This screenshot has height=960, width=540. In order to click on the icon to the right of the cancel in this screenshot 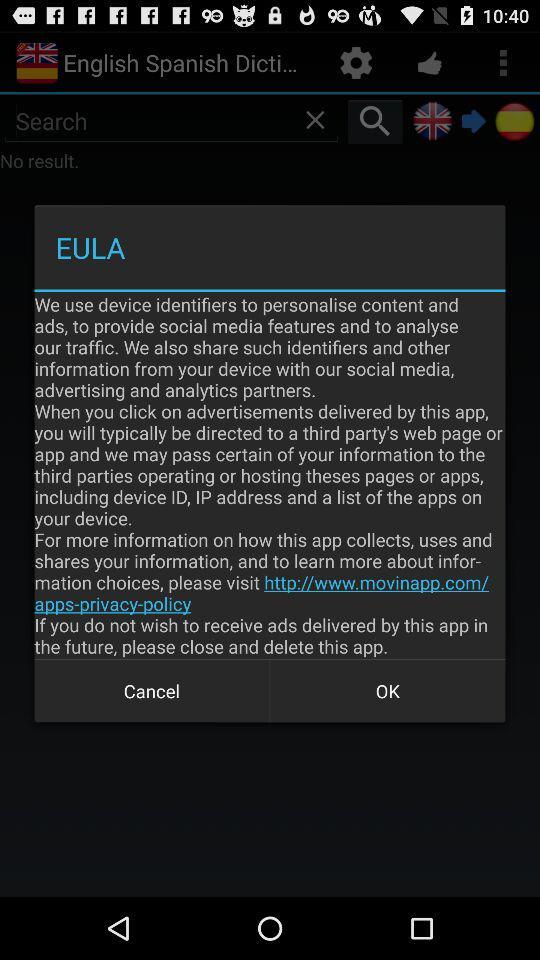, I will do `click(387, 691)`.